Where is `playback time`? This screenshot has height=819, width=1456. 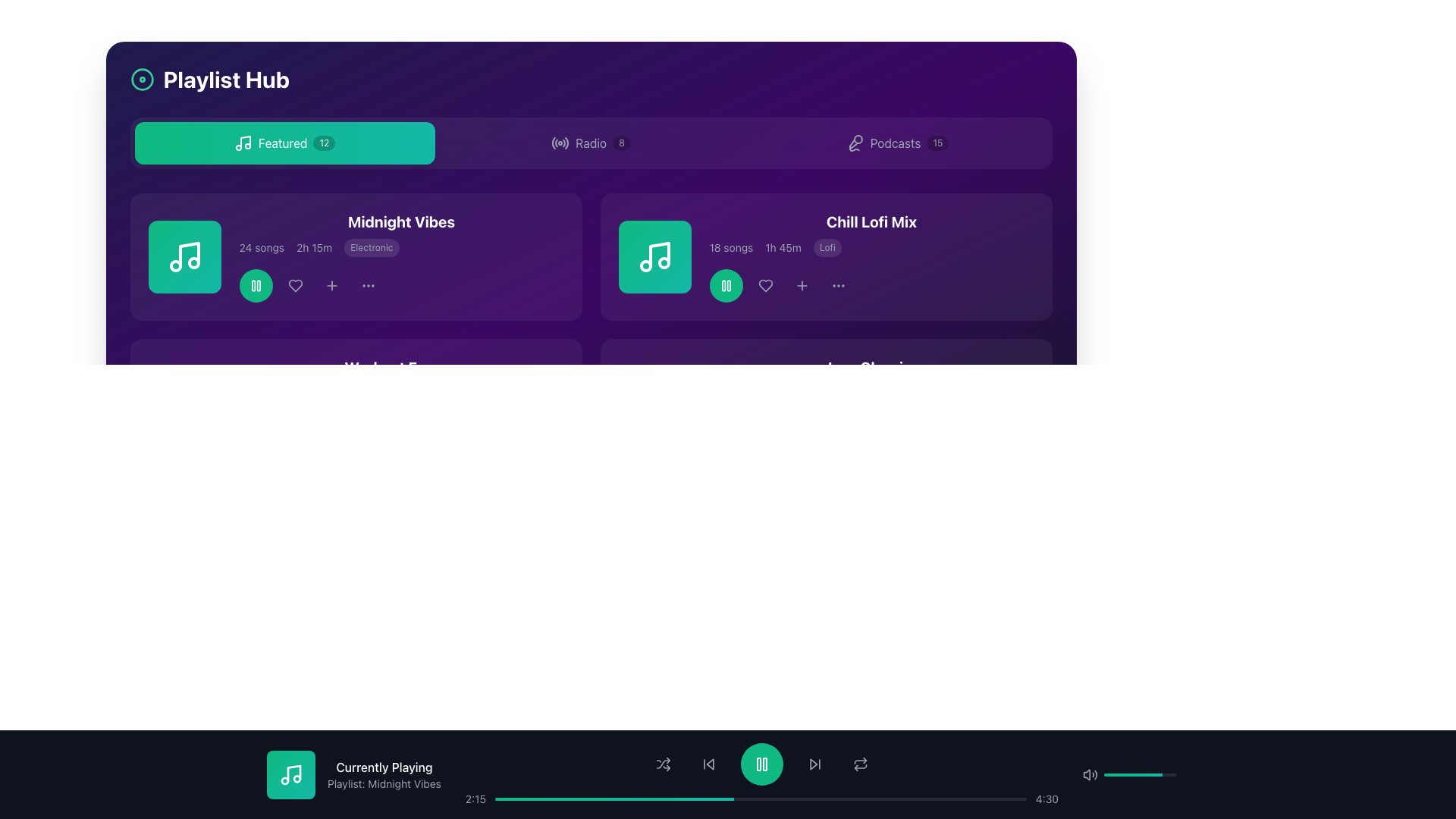 playback time is located at coordinates (546, 798).